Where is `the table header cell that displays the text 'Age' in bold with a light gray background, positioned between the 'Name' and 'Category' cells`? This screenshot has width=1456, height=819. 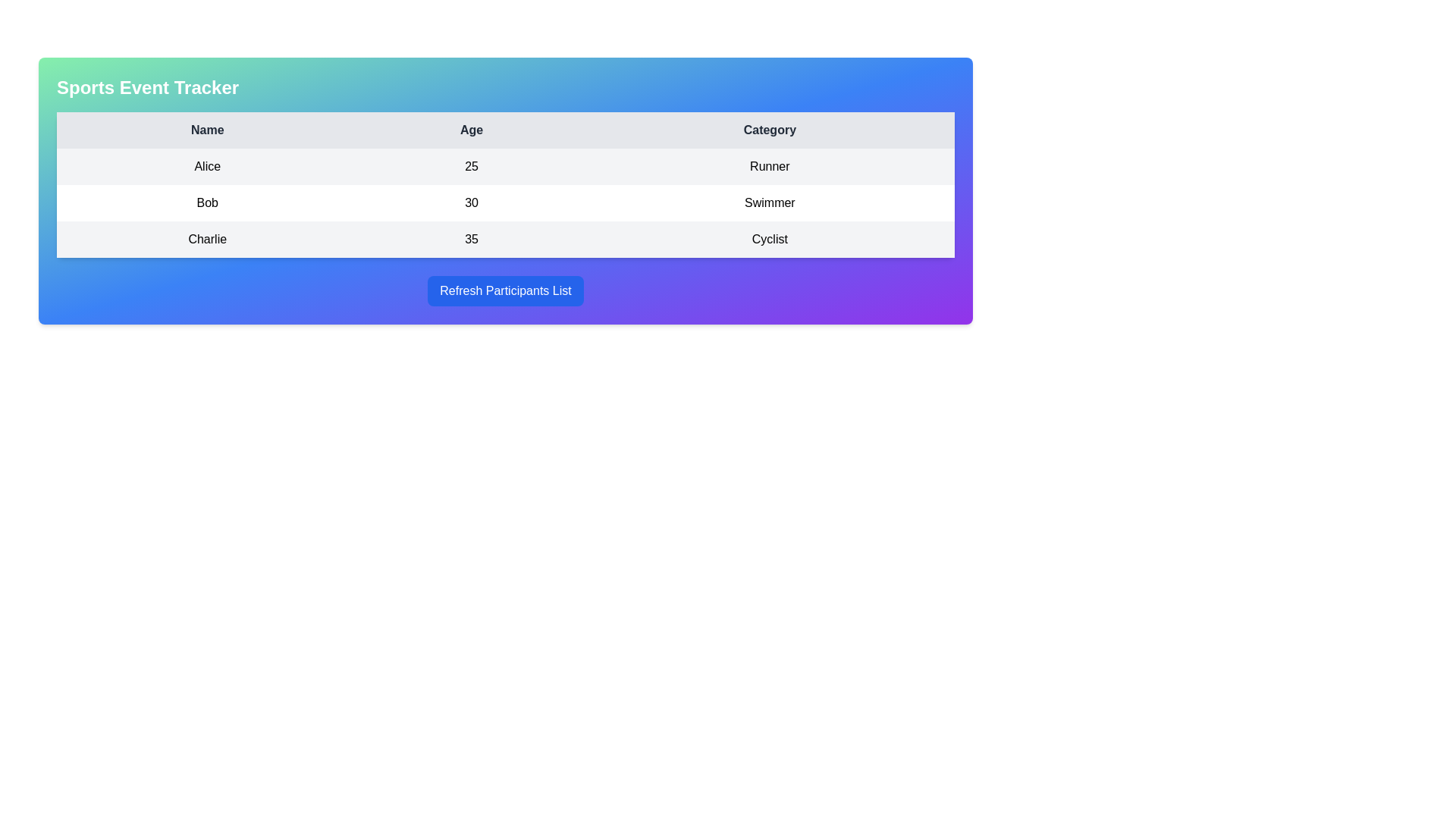 the table header cell that displays the text 'Age' in bold with a light gray background, positioned between the 'Name' and 'Category' cells is located at coordinates (471, 130).